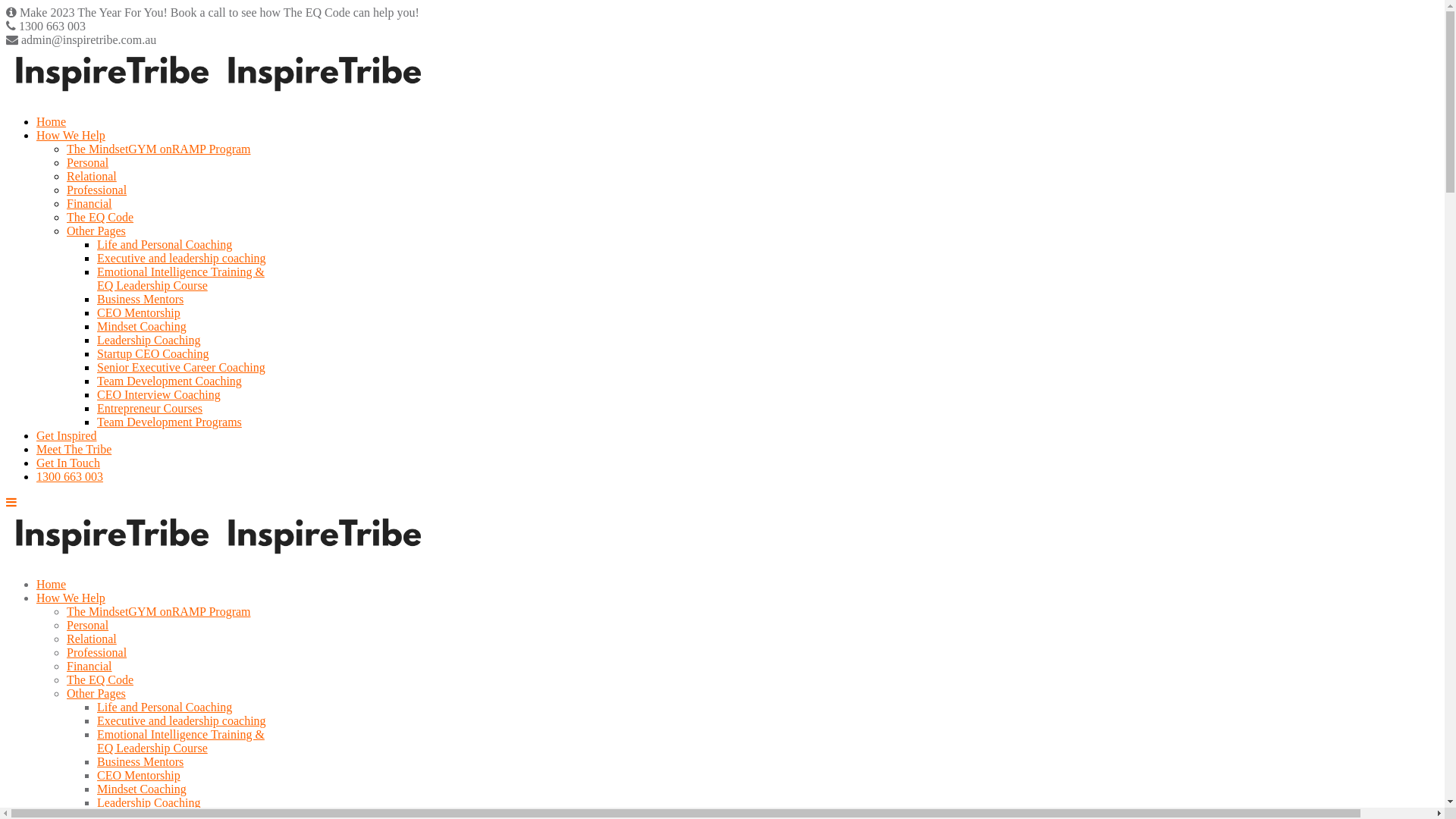 The image size is (1456, 819). I want to click on 'CEO Mentorship', so click(138, 312).